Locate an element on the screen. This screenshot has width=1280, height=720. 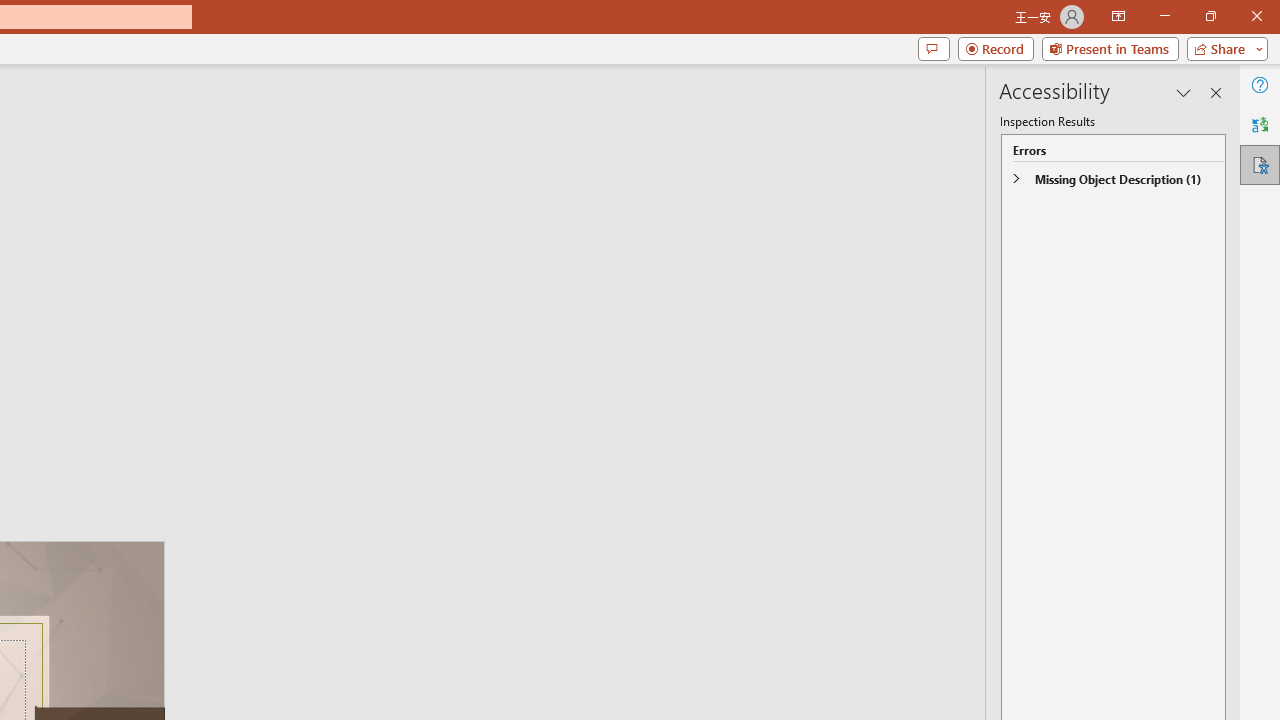
'Close pane' is located at coordinates (1215, 92).